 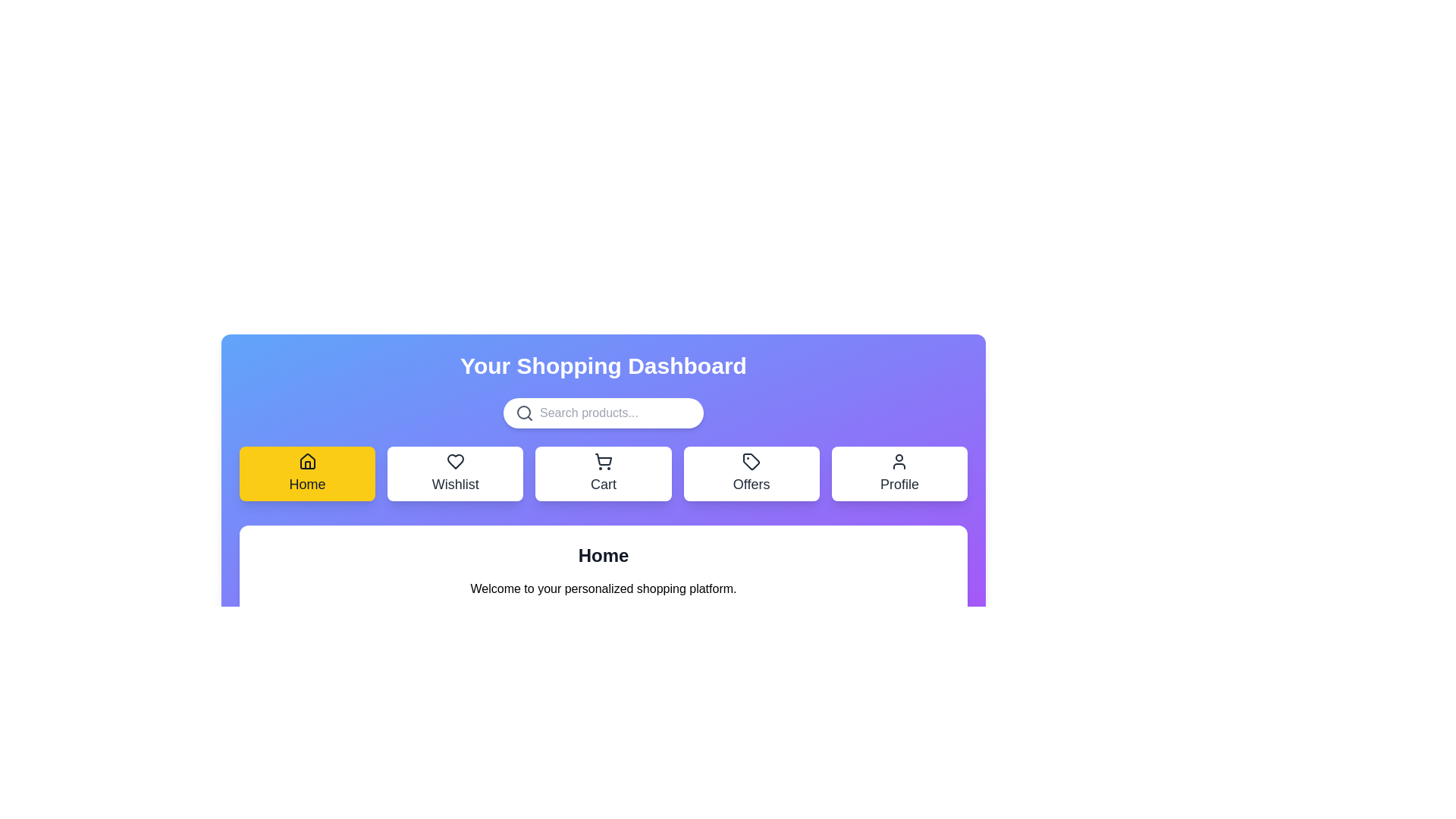 I want to click on the third button in the horizontal row of five buttons below the 'Your Shopping Dashboard' heading, so click(x=603, y=472).